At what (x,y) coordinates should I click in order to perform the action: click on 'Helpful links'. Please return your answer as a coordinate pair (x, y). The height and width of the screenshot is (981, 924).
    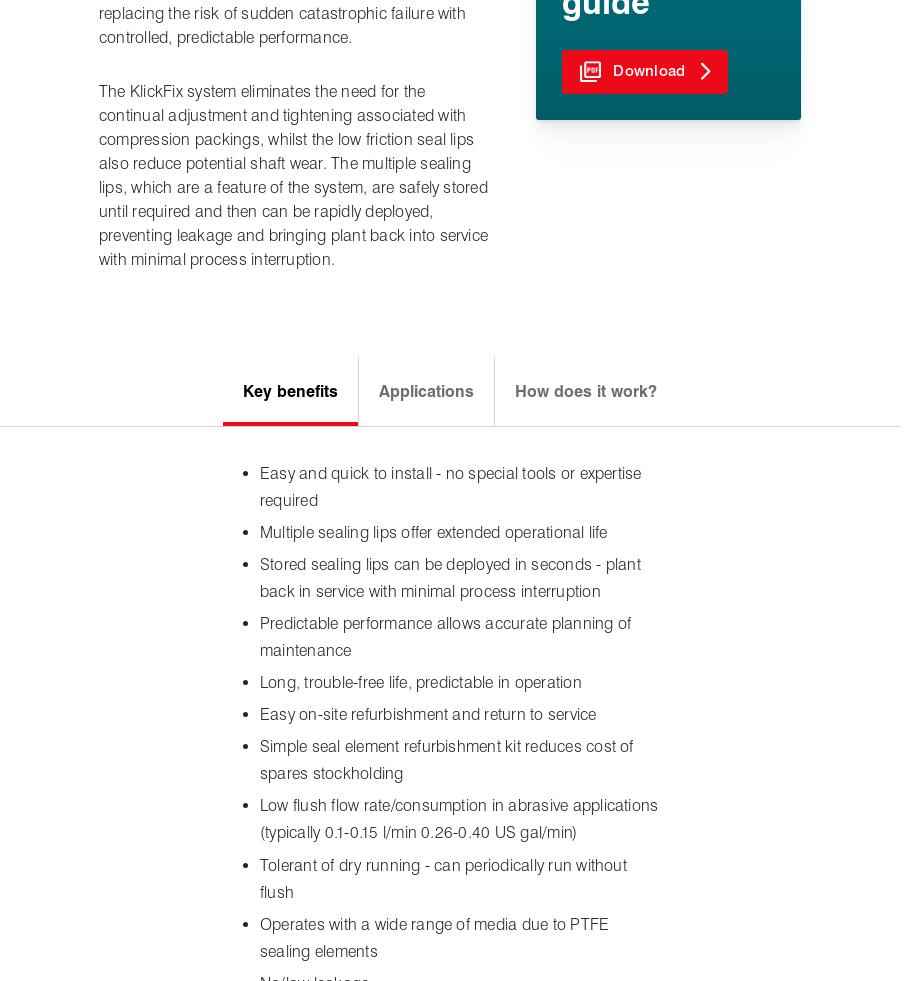
    Looking at the image, I should click on (347, 721).